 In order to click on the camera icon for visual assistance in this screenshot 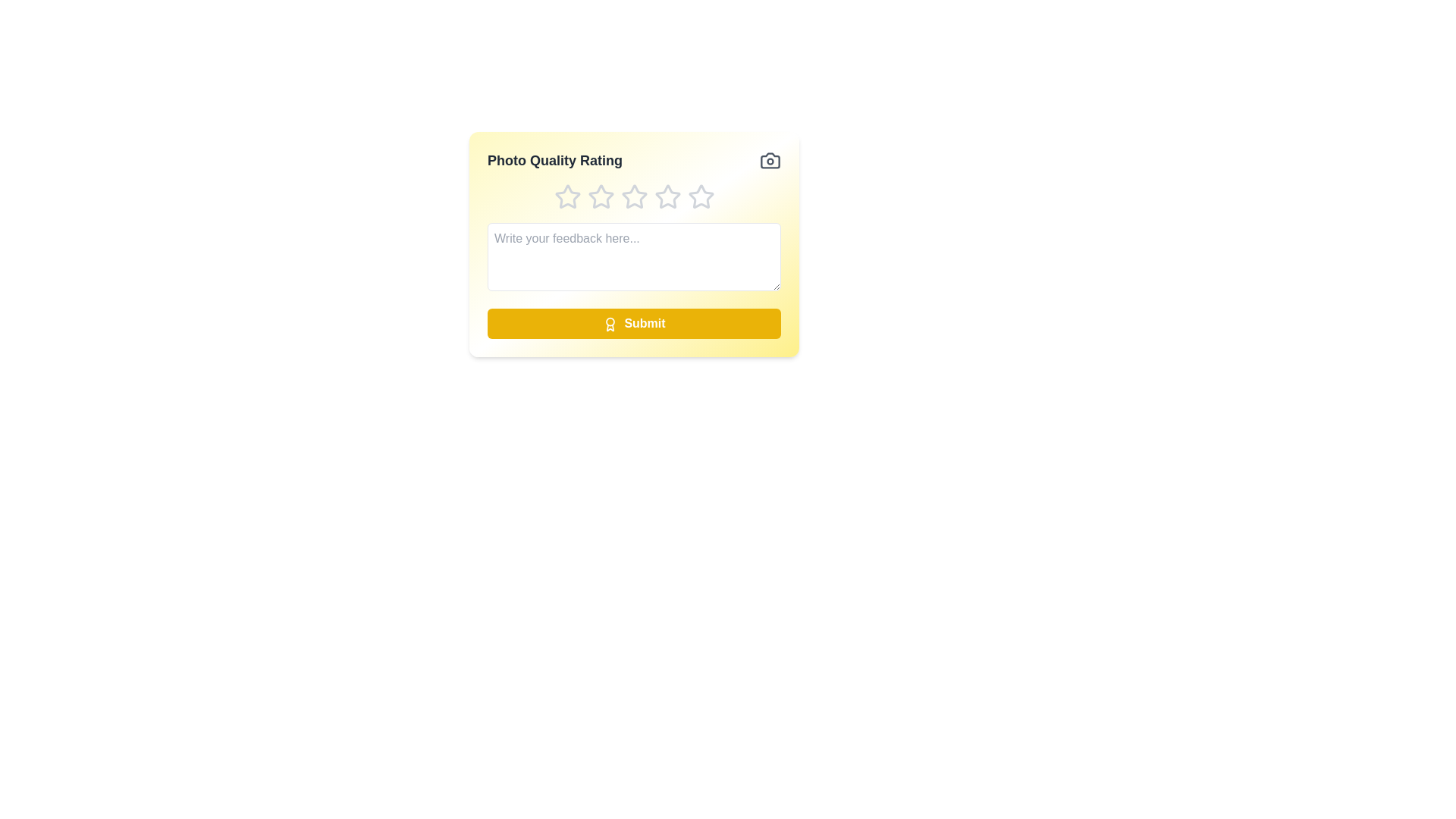, I will do `click(770, 161)`.